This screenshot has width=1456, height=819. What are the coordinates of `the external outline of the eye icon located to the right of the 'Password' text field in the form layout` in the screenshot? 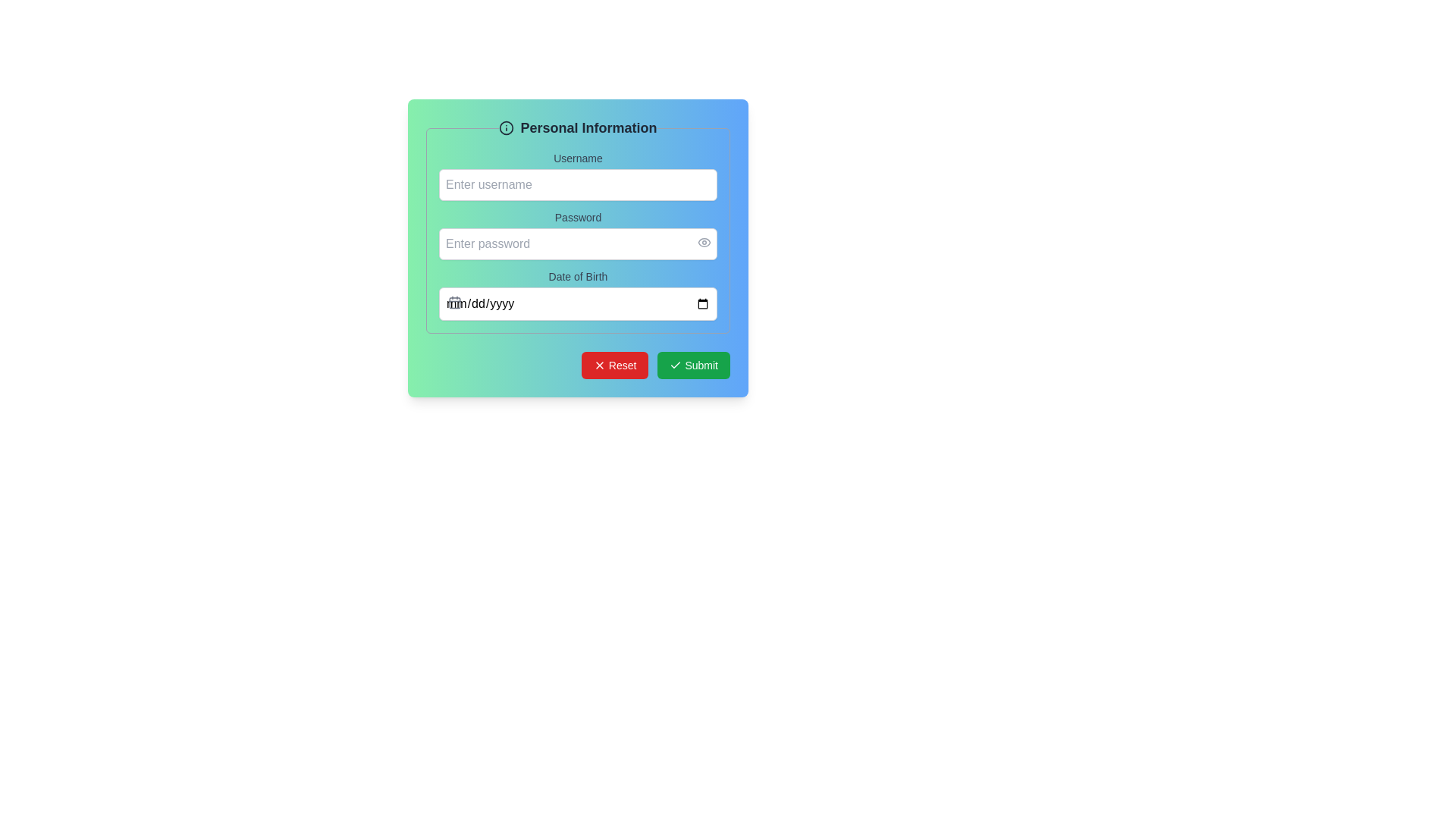 It's located at (704, 242).